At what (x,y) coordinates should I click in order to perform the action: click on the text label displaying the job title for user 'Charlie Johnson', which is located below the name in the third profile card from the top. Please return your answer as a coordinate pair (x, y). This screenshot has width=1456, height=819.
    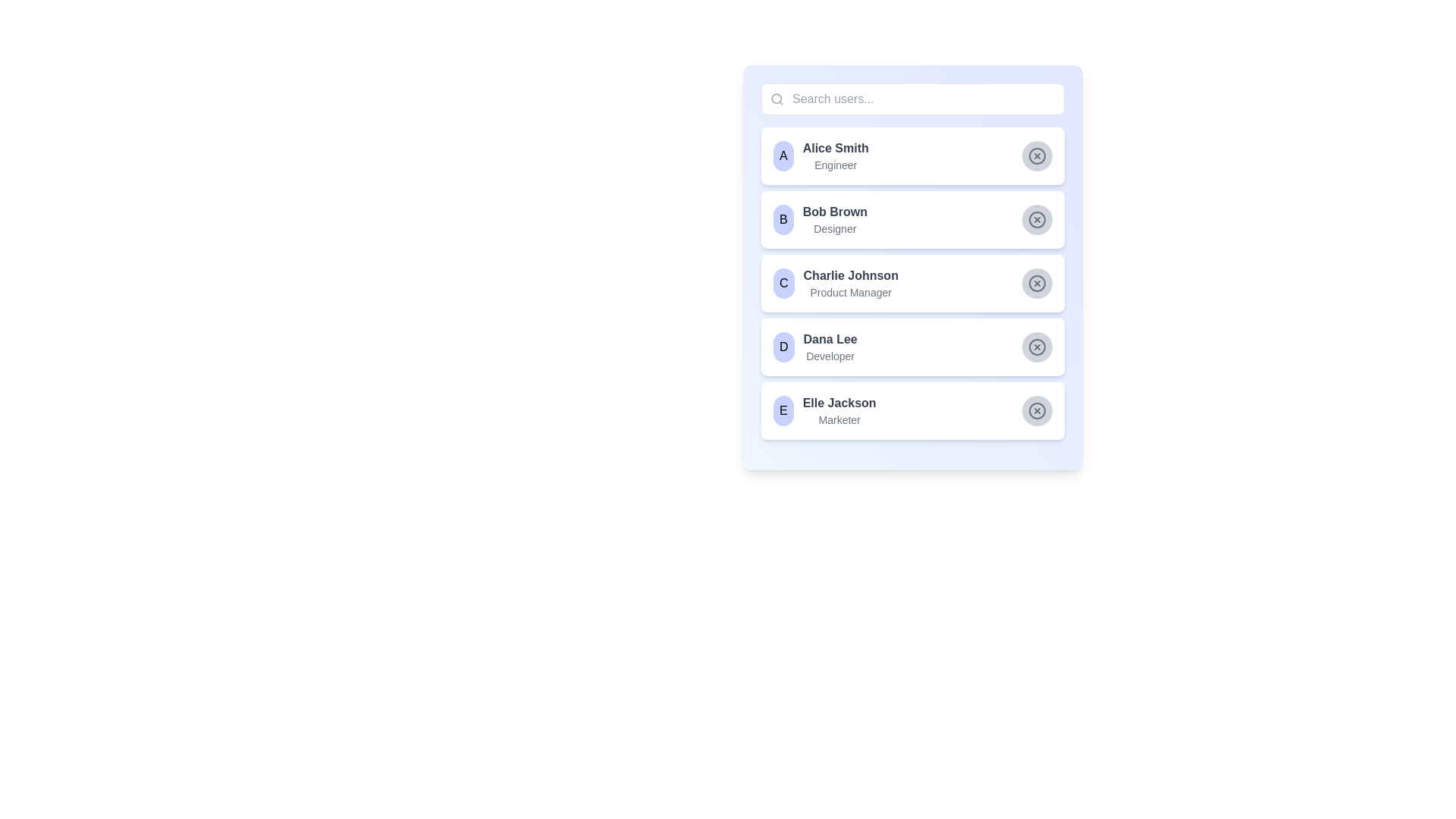
    Looking at the image, I should click on (851, 292).